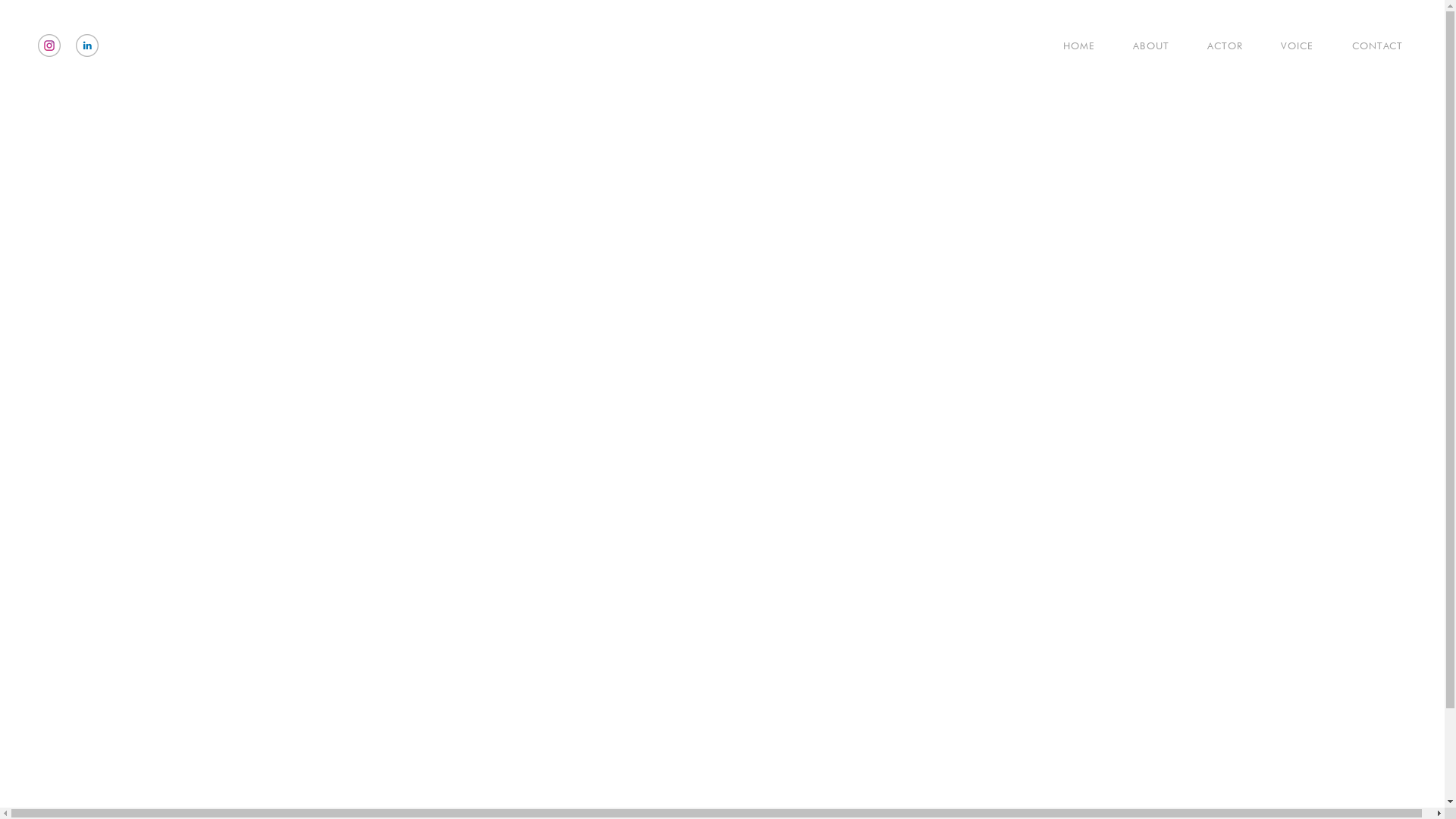 The width and height of the screenshot is (1456, 819). What do you see at coordinates (1062, 45) in the screenshot?
I see `'HOME'` at bounding box center [1062, 45].